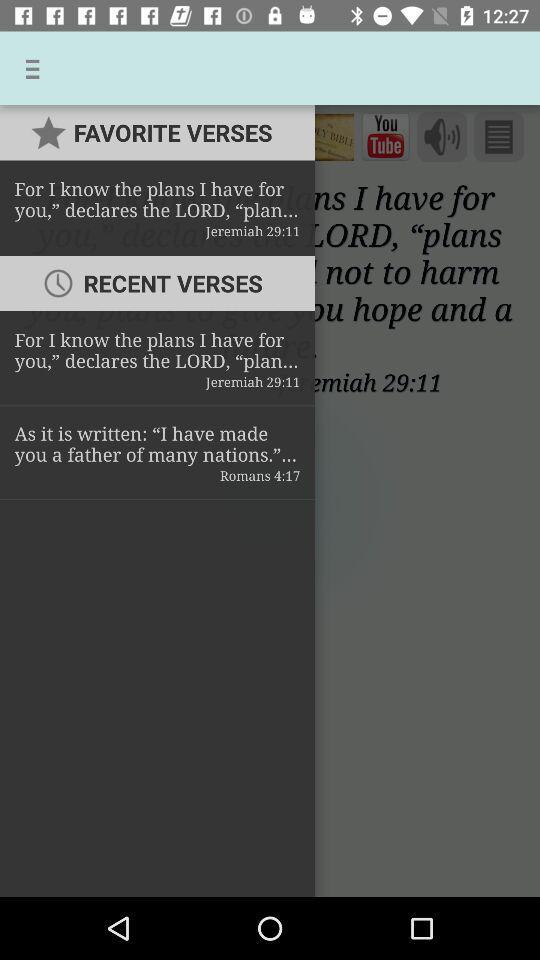  I want to click on the description icon, so click(497, 136).